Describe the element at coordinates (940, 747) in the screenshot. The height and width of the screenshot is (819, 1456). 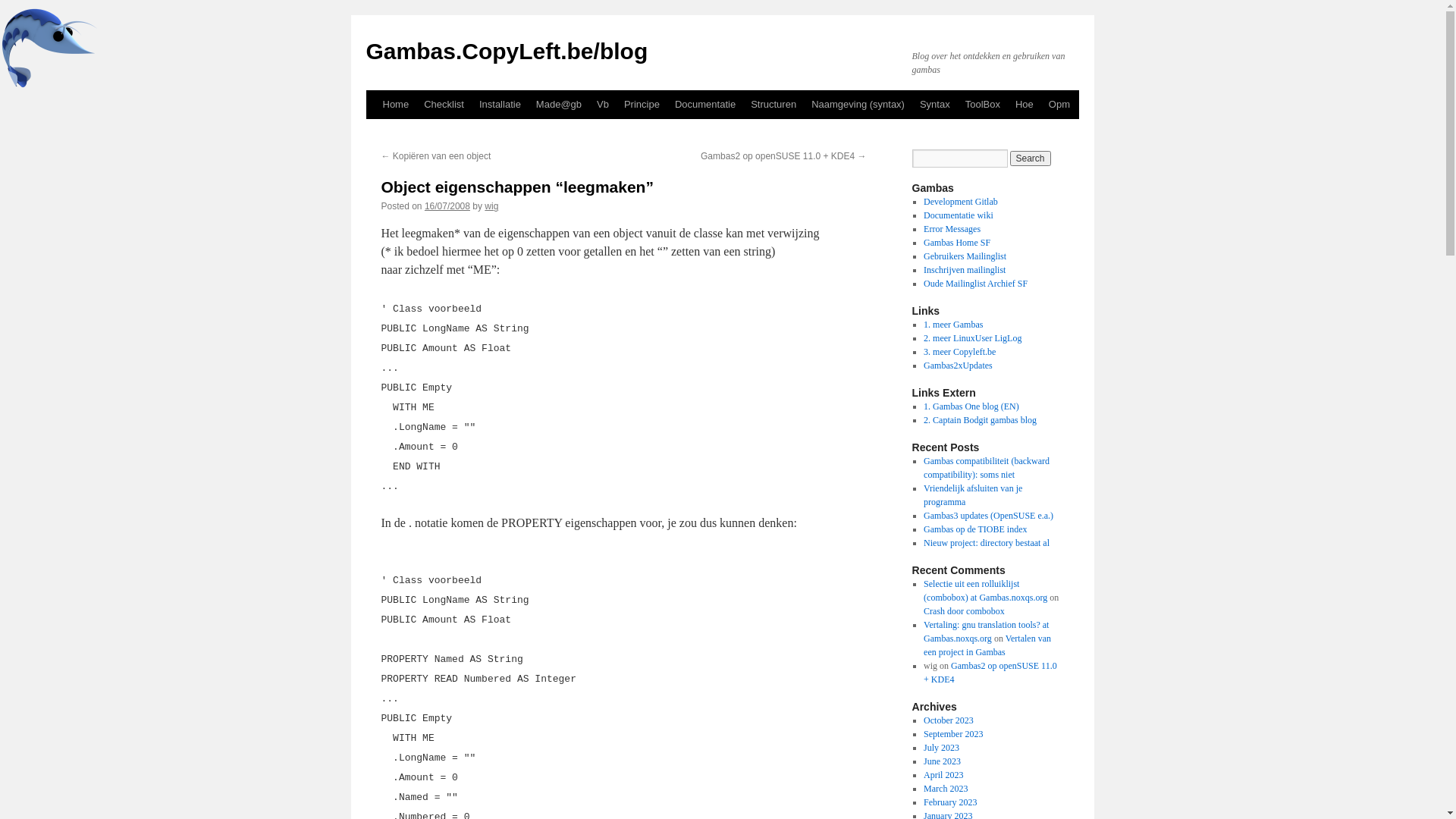
I see `'July 2023'` at that location.